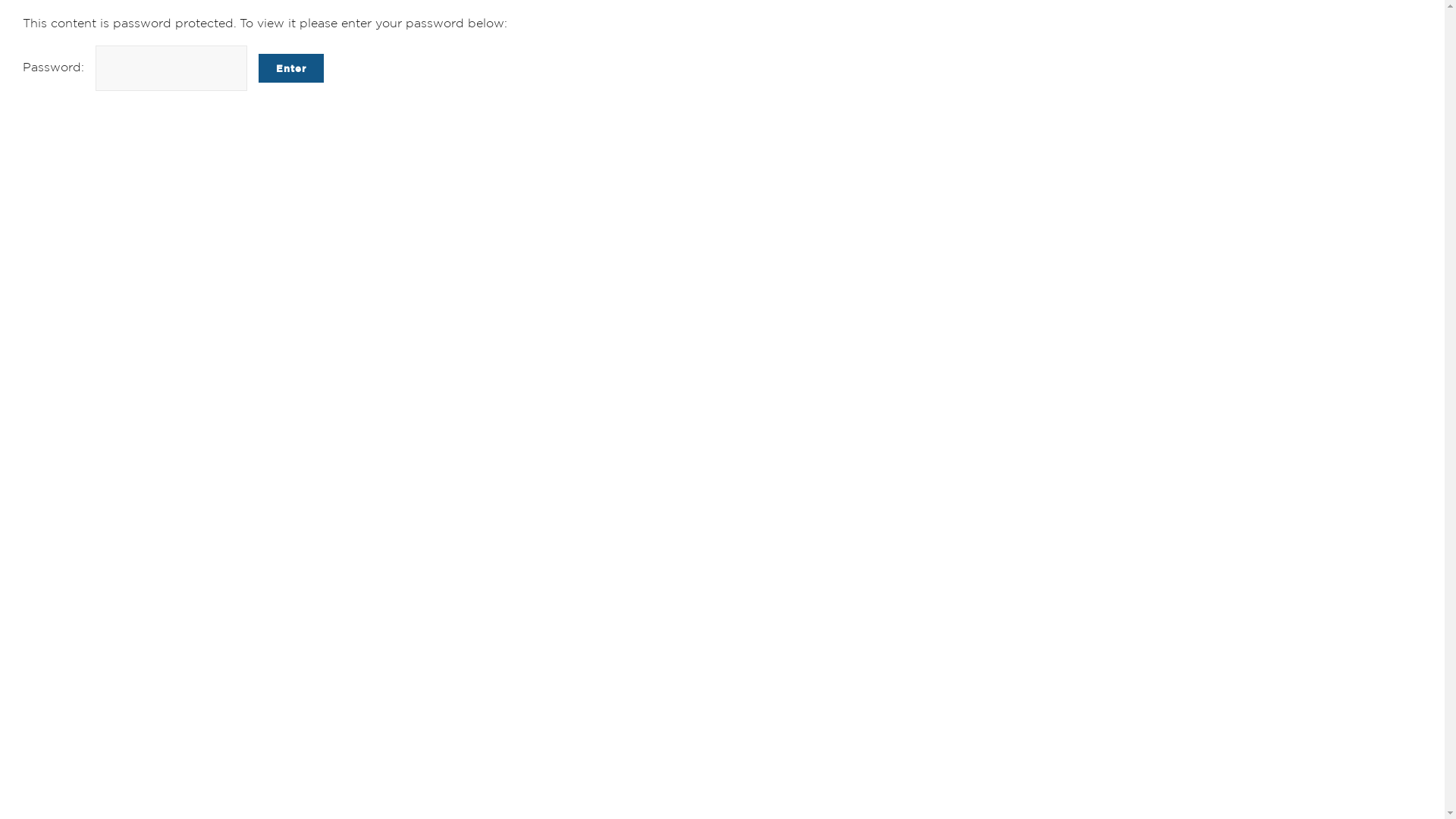 Image resolution: width=1456 pixels, height=819 pixels. Describe the element at coordinates (291, 67) in the screenshot. I see `'Enter'` at that location.